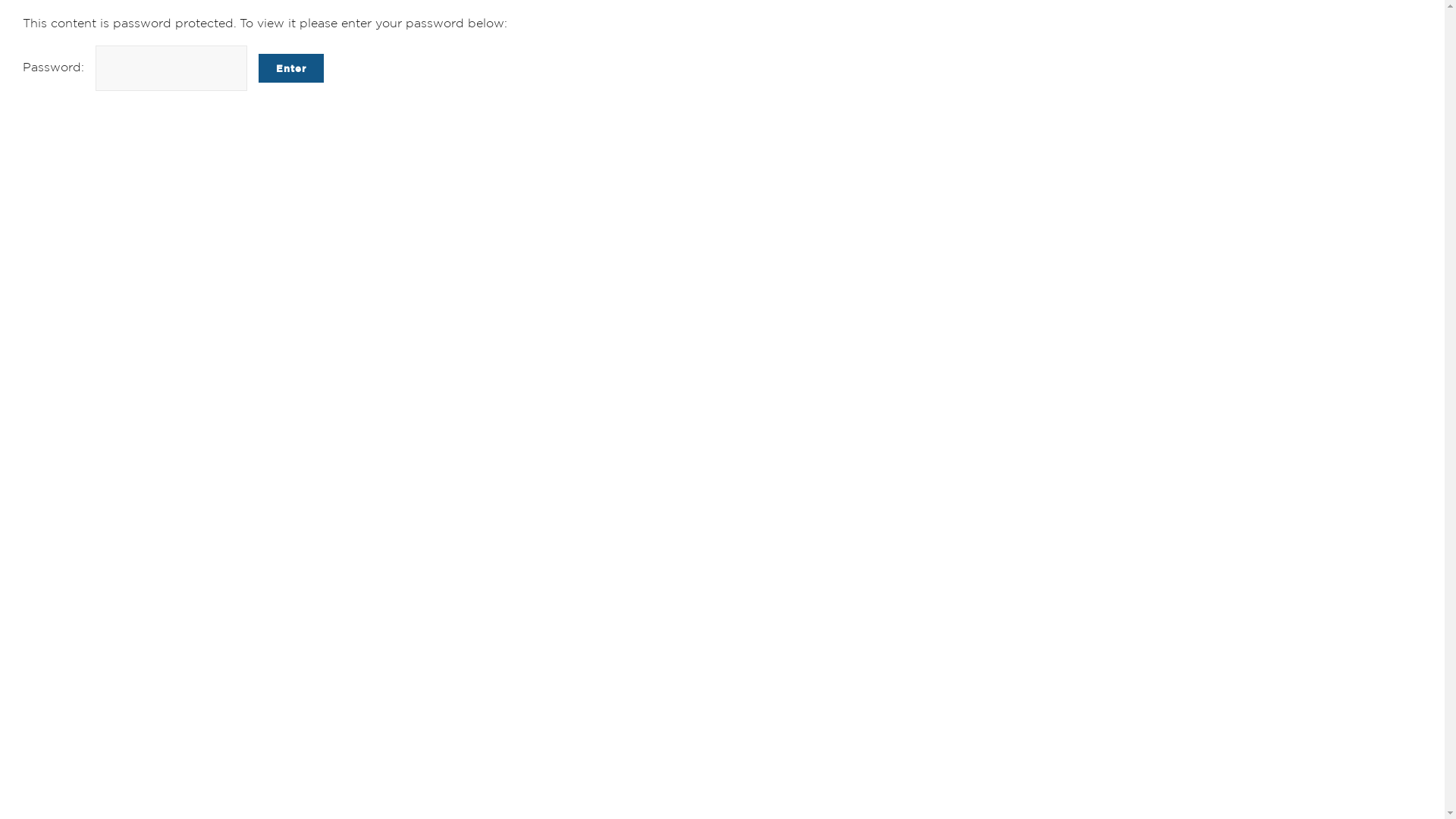 Image resolution: width=1456 pixels, height=819 pixels. Describe the element at coordinates (291, 67) in the screenshot. I see `'Enter'` at that location.